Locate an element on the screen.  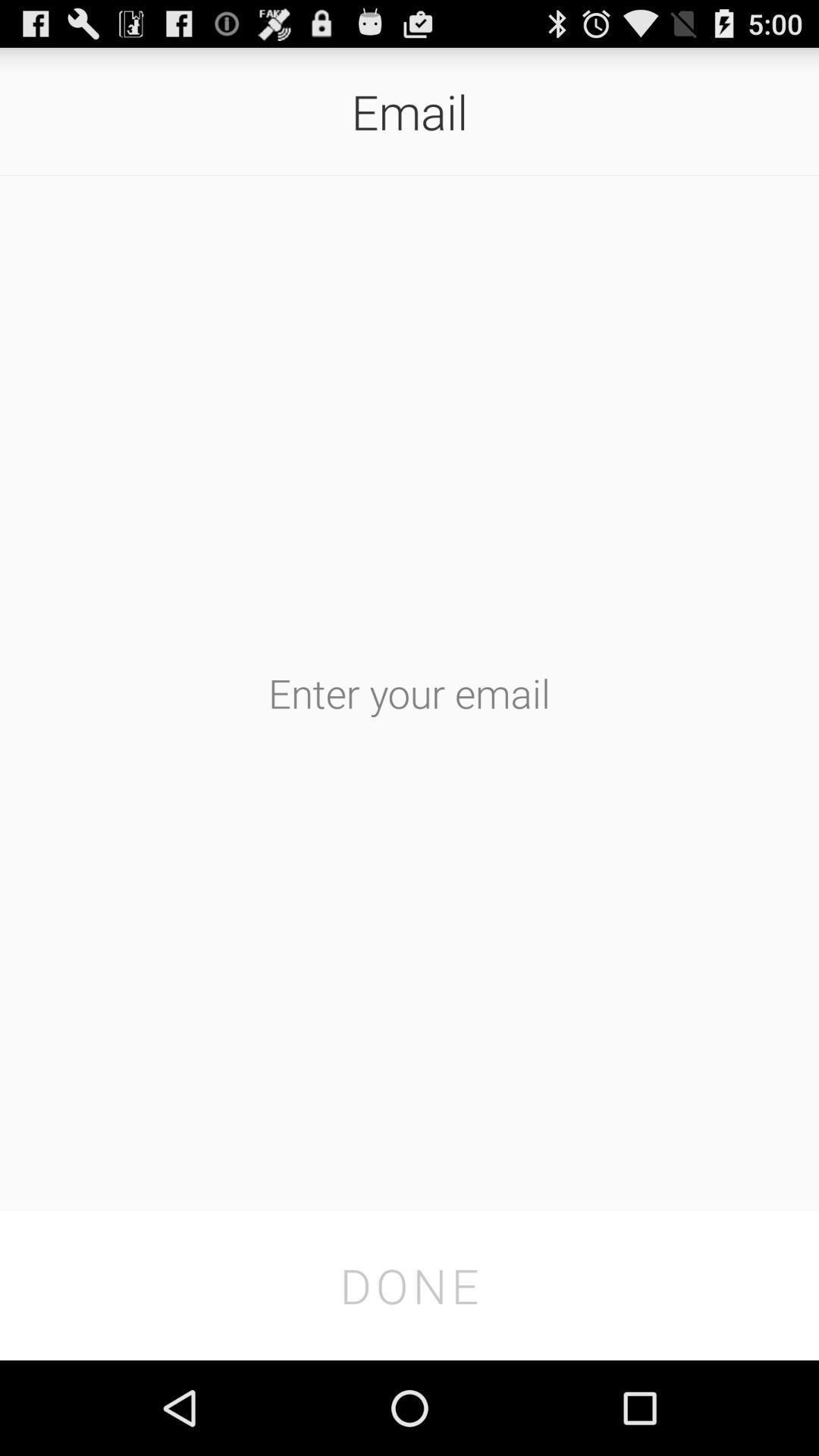
done is located at coordinates (409, 1285).